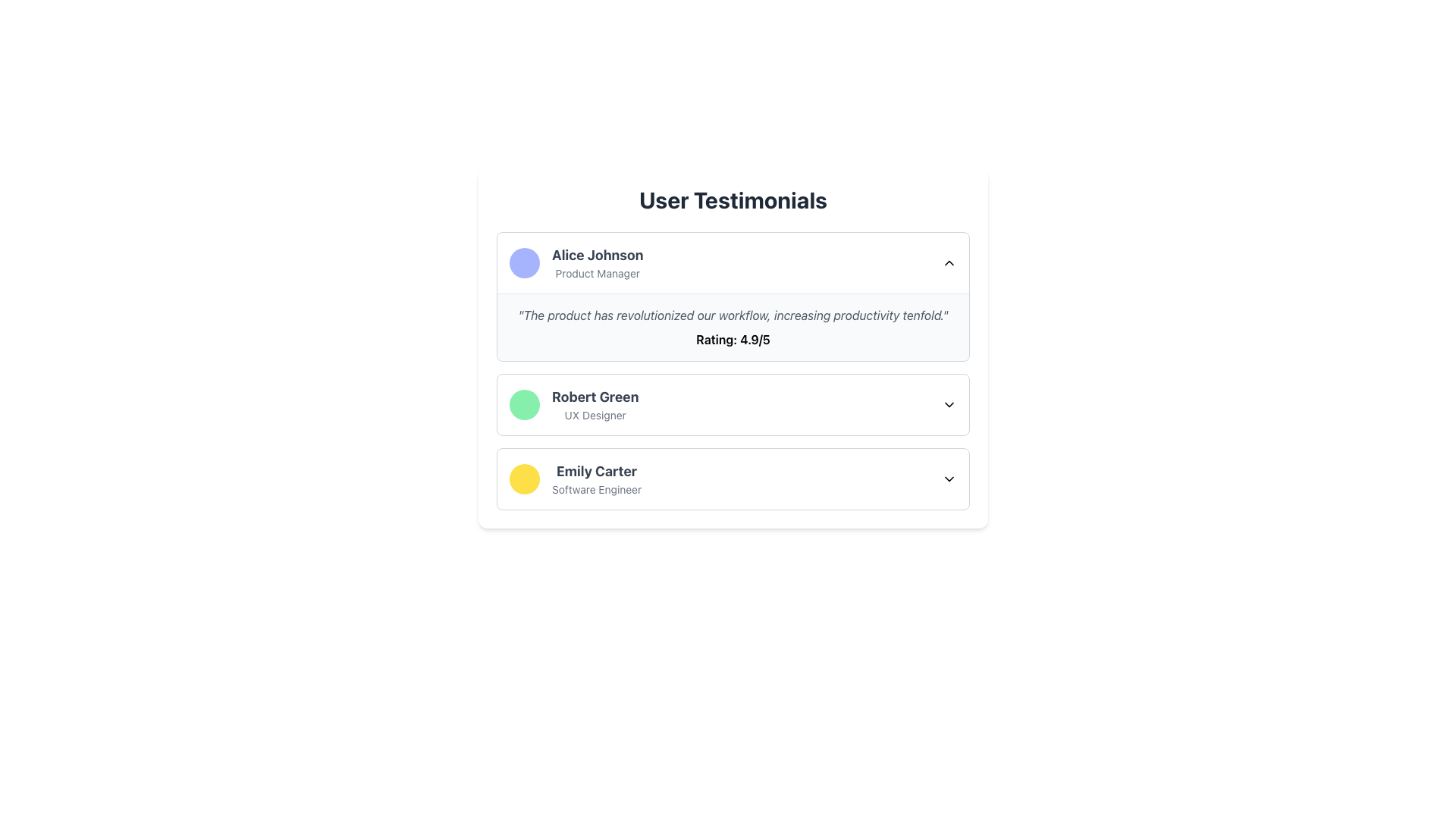 This screenshot has width=1456, height=819. What do you see at coordinates (595, 415) in the screenshot?
I see `the text label displaying 'UX Designer', which is styled in small gray font and positioned directly beneath the bold header 'Robert Green'` at bounding box center [595, 415].